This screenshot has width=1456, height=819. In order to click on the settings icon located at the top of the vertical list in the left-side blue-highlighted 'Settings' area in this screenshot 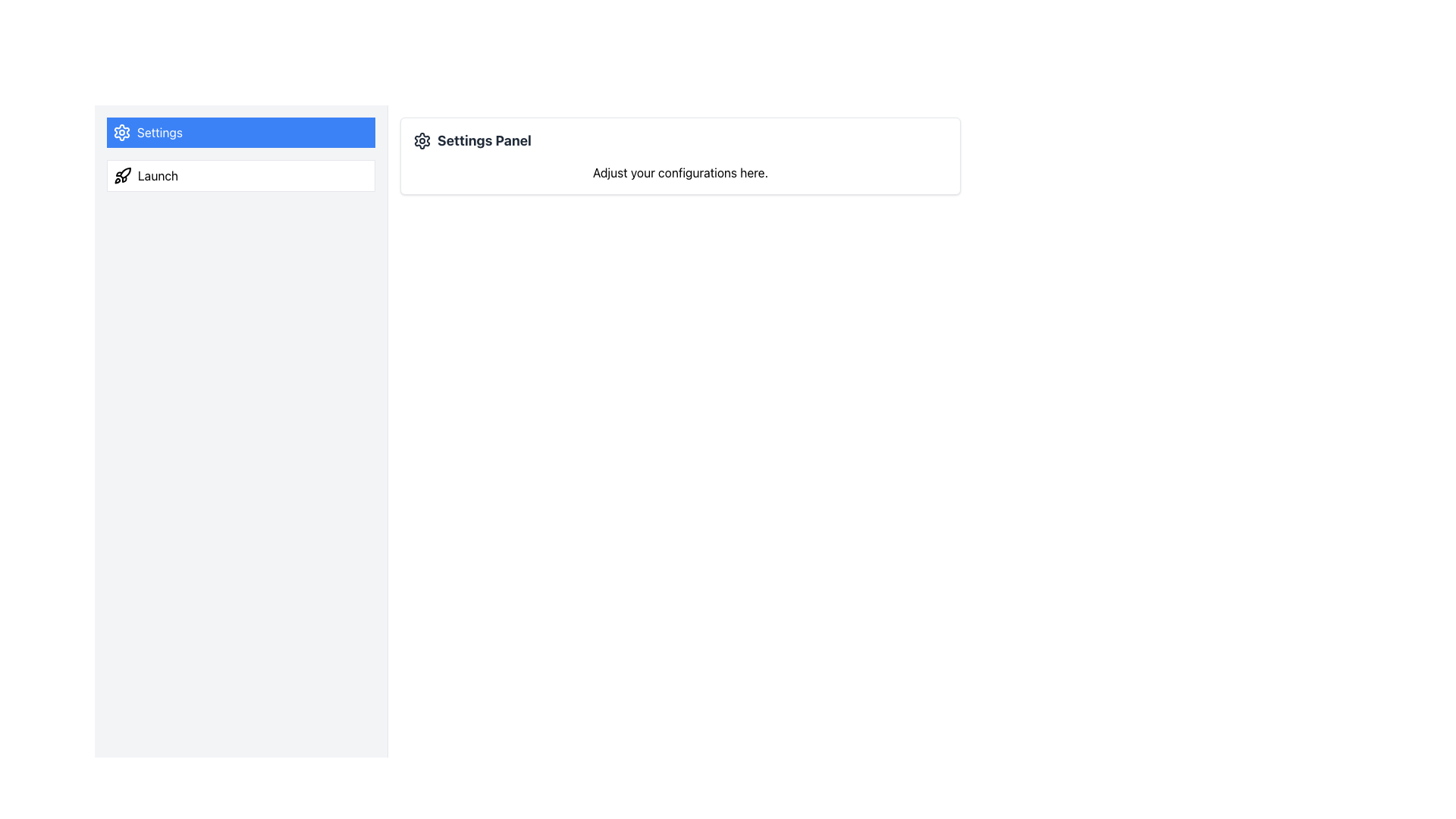, I will do `click(422, 140)`.